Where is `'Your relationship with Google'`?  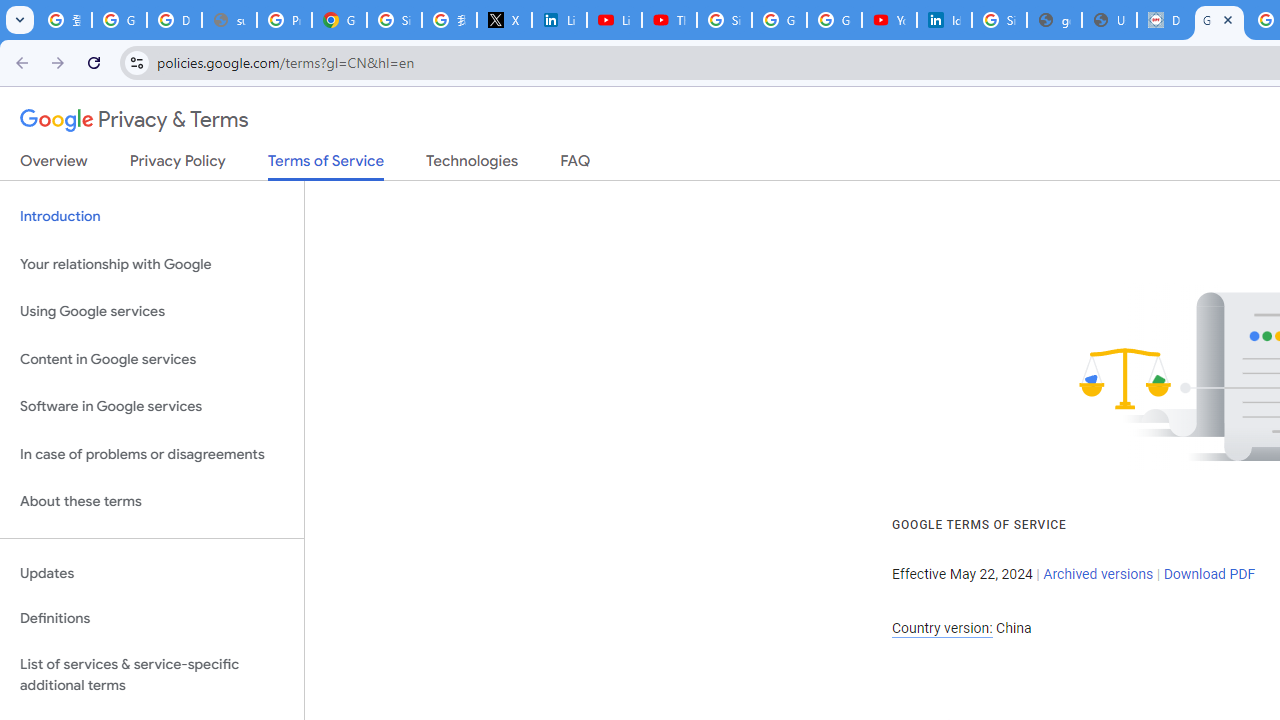
'Your relationship with Google' is located at coordinates (151, 263).